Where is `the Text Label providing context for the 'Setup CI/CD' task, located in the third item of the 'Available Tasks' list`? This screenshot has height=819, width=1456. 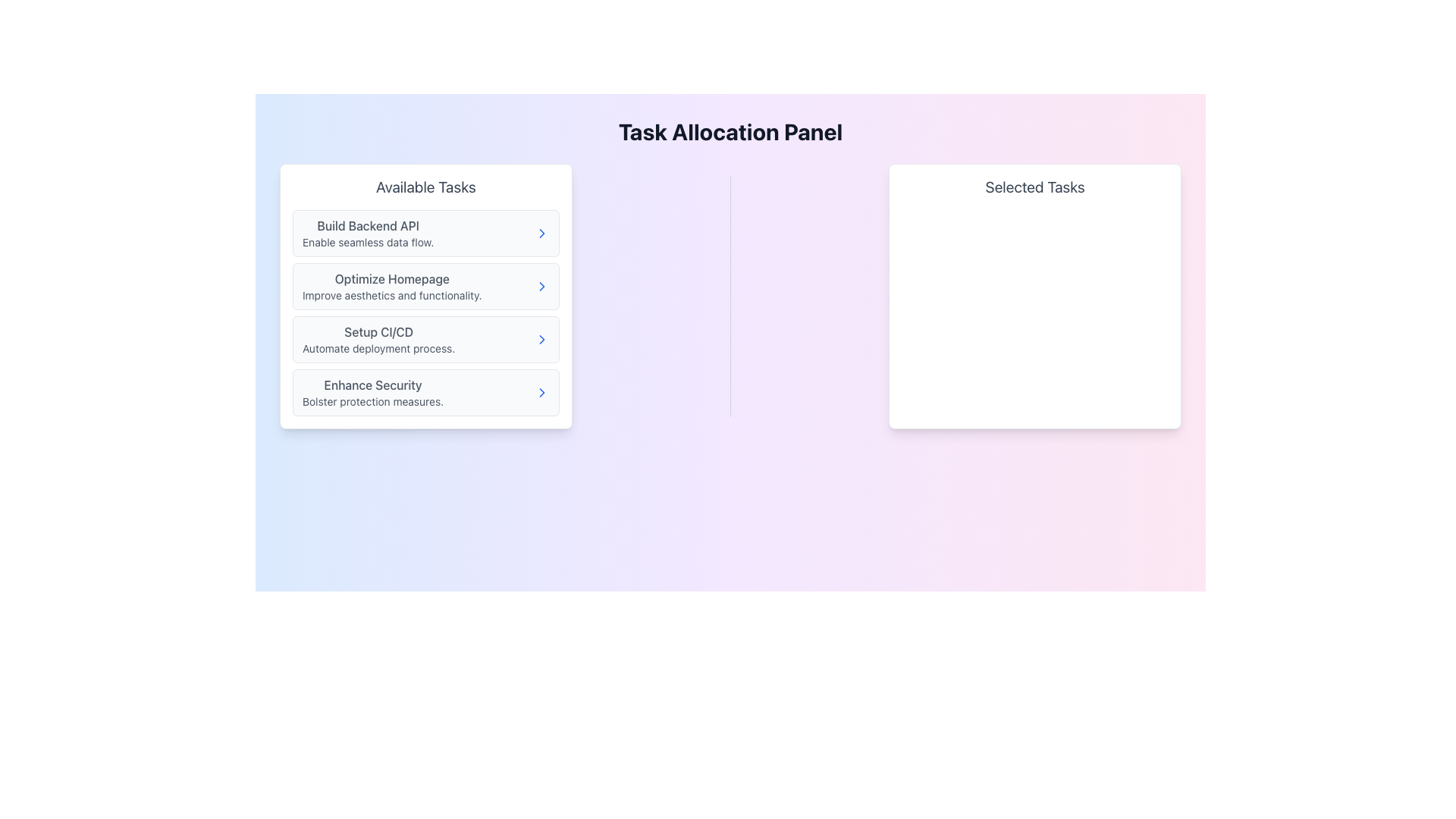 the Text Label providing context for the 'Setup CI/CD' task, located in the third item of the 'Available Tasks' list is located at coordinates (378, 348).